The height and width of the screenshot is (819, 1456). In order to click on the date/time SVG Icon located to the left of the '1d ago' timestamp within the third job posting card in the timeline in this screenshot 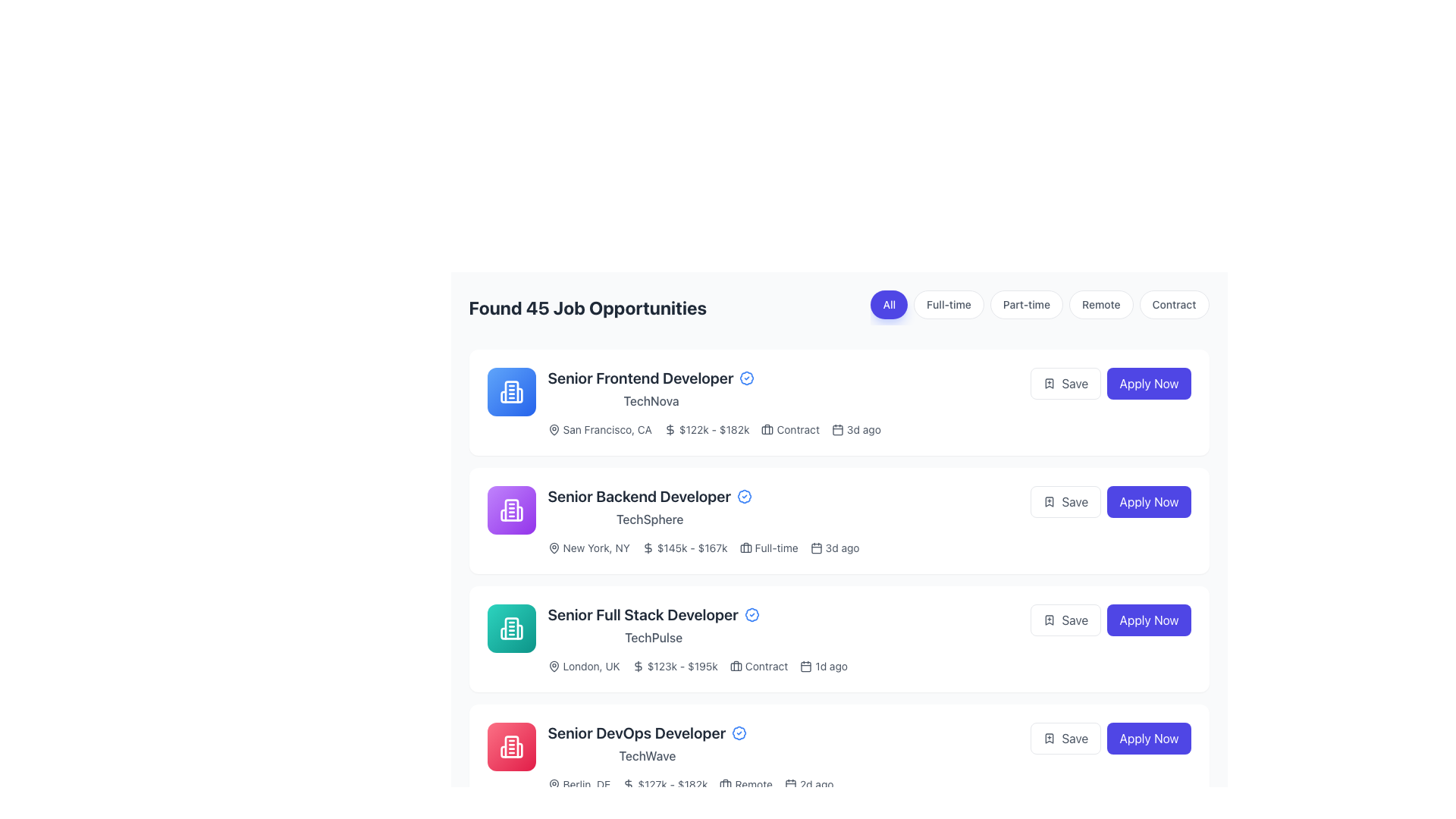, I will do `click(805, 666)`.